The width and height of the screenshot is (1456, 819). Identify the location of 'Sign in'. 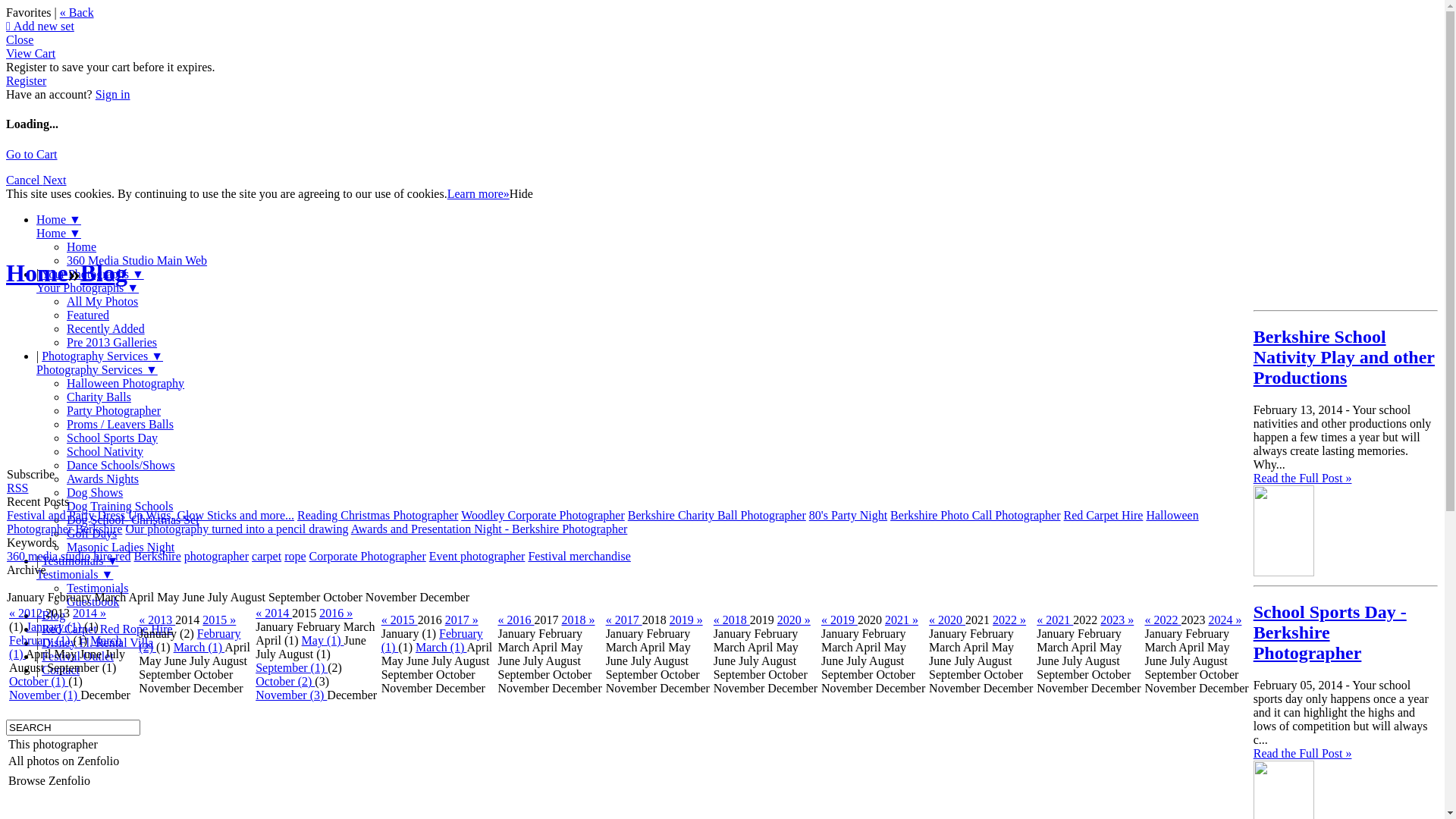
(94, 94).